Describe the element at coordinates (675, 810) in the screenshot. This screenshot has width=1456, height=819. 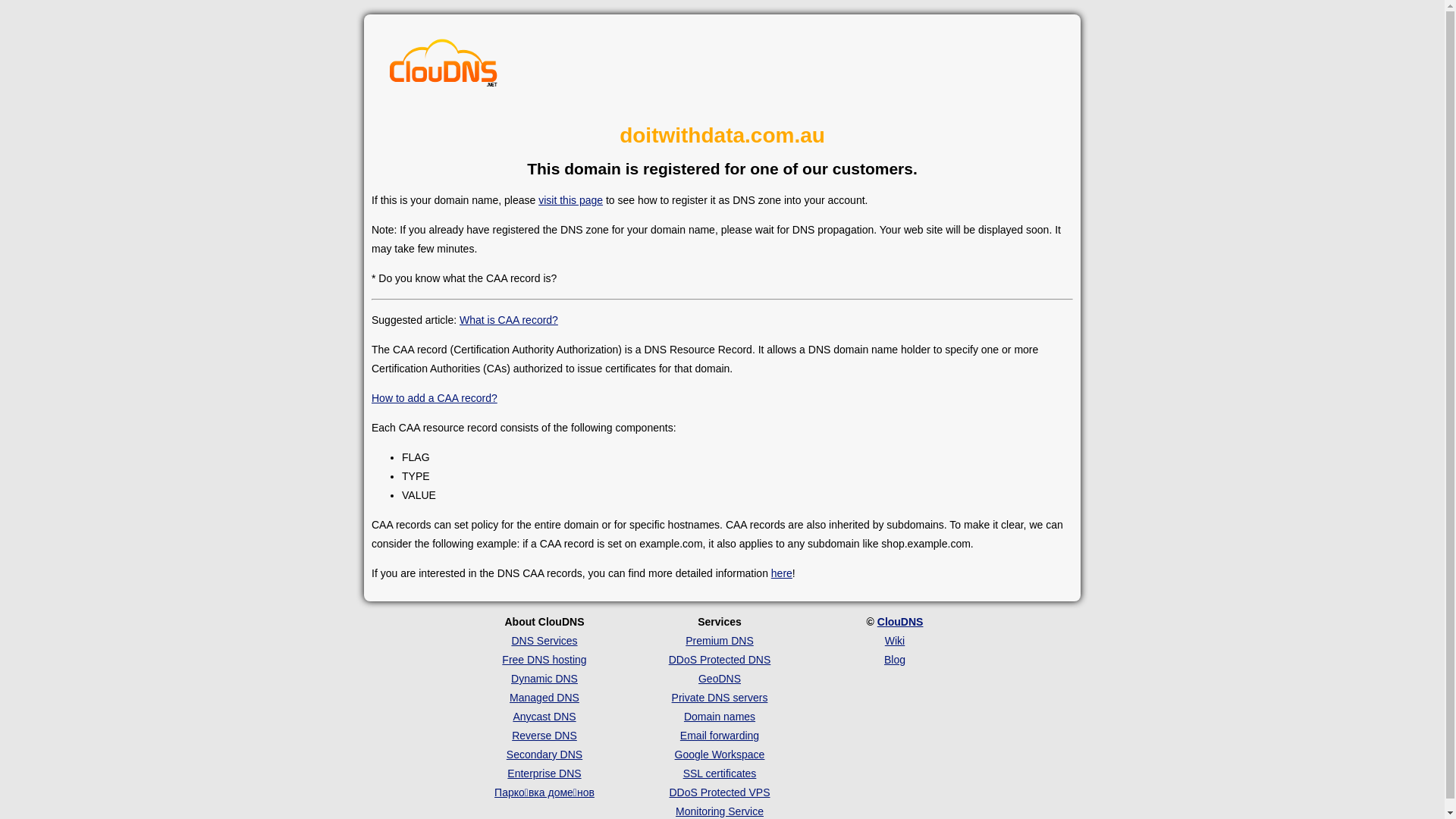
I see `'Monitoring Service'` at that location.